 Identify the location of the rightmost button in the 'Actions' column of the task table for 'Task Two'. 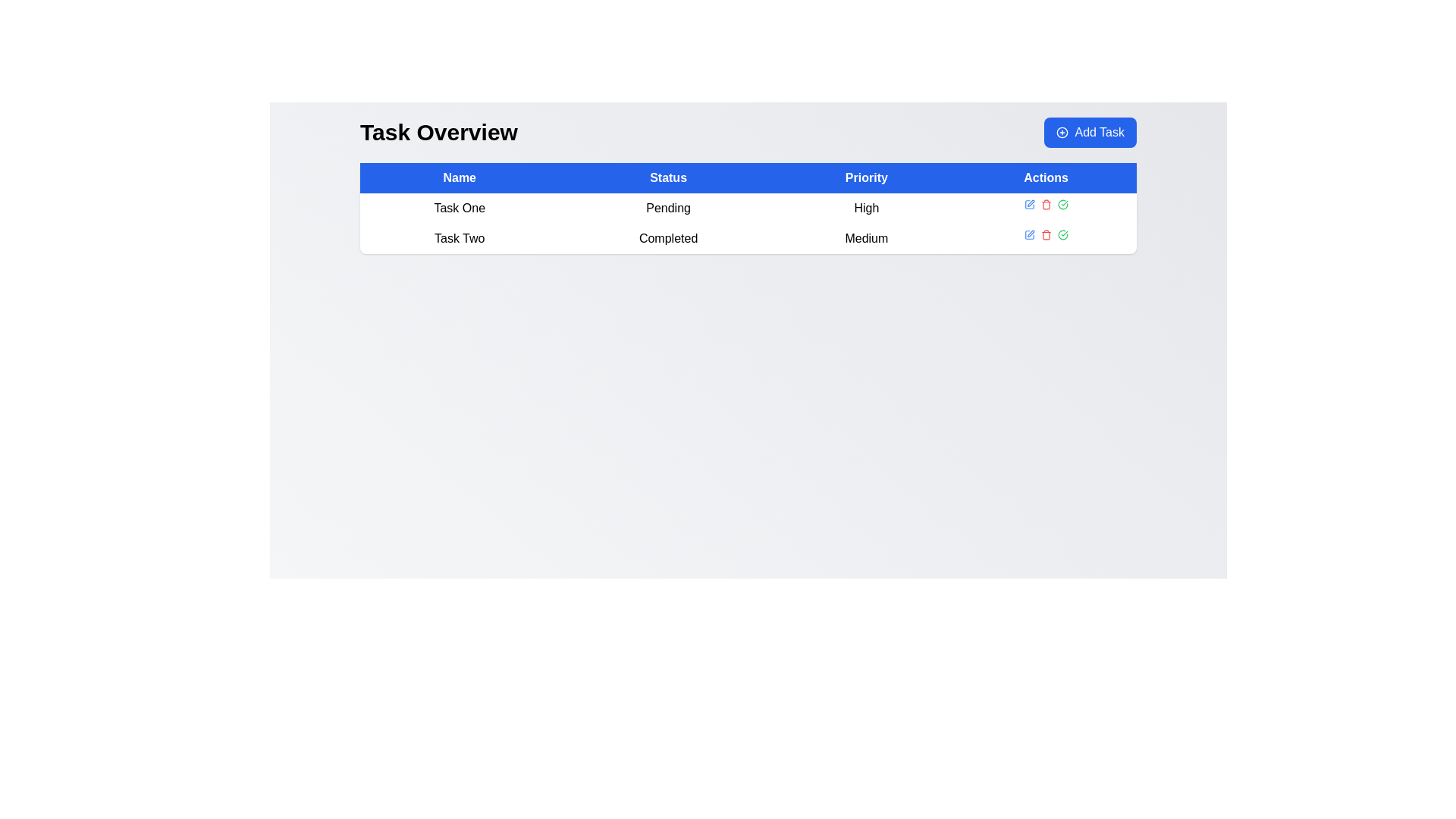
(1062, 205).